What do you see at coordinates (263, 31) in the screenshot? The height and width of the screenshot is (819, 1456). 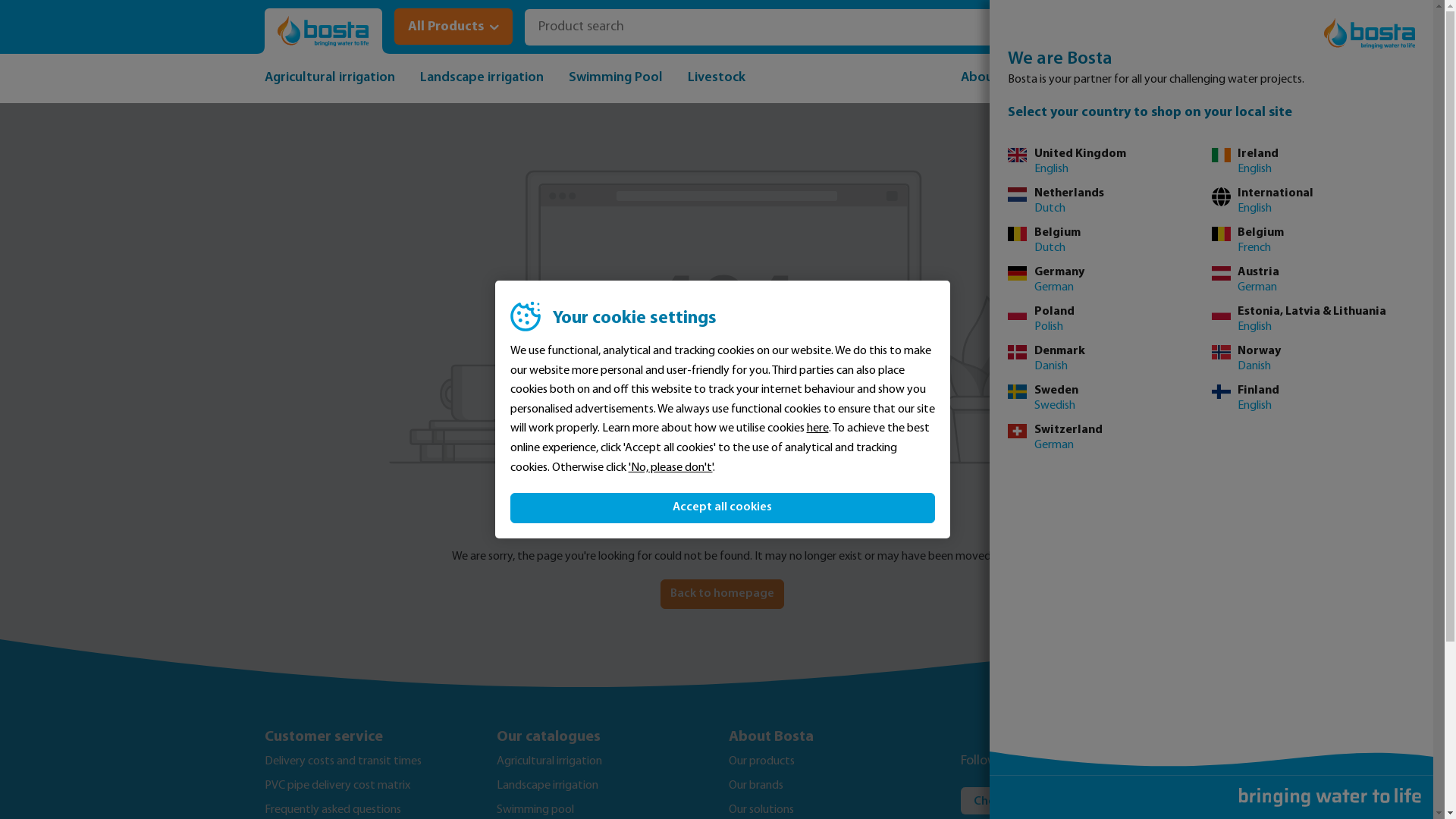 I see `'Go to homepage'` at bounding box center [263, 31].